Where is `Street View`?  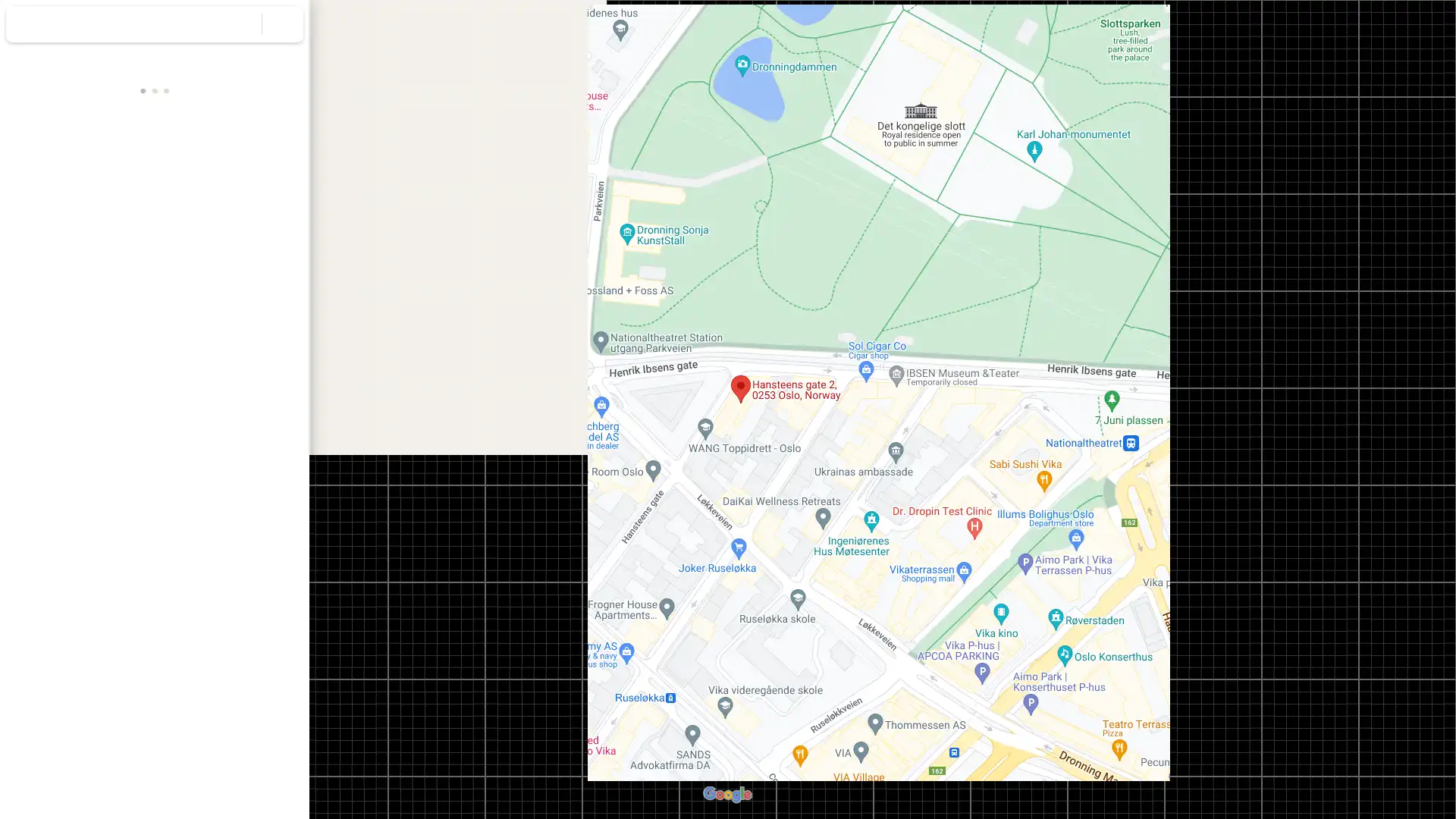
Street View is located at coordinates (155, 539).